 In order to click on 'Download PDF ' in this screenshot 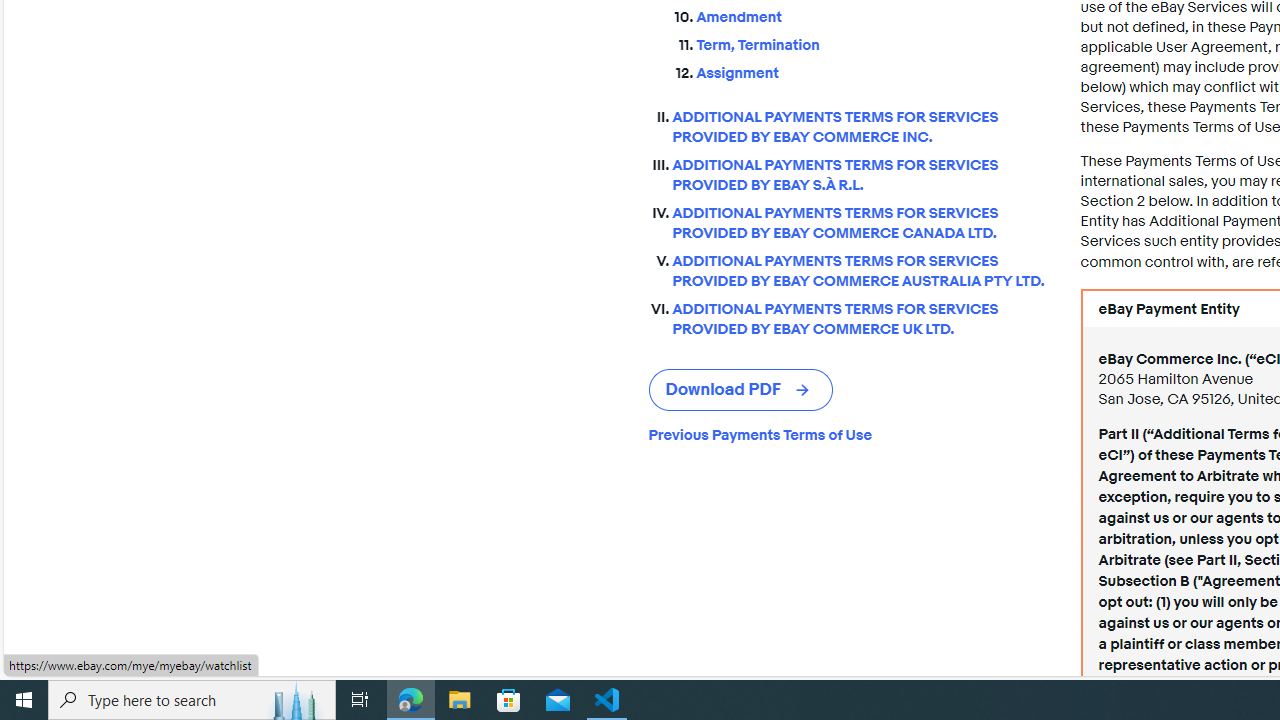, I will do `click(740, 390)`.